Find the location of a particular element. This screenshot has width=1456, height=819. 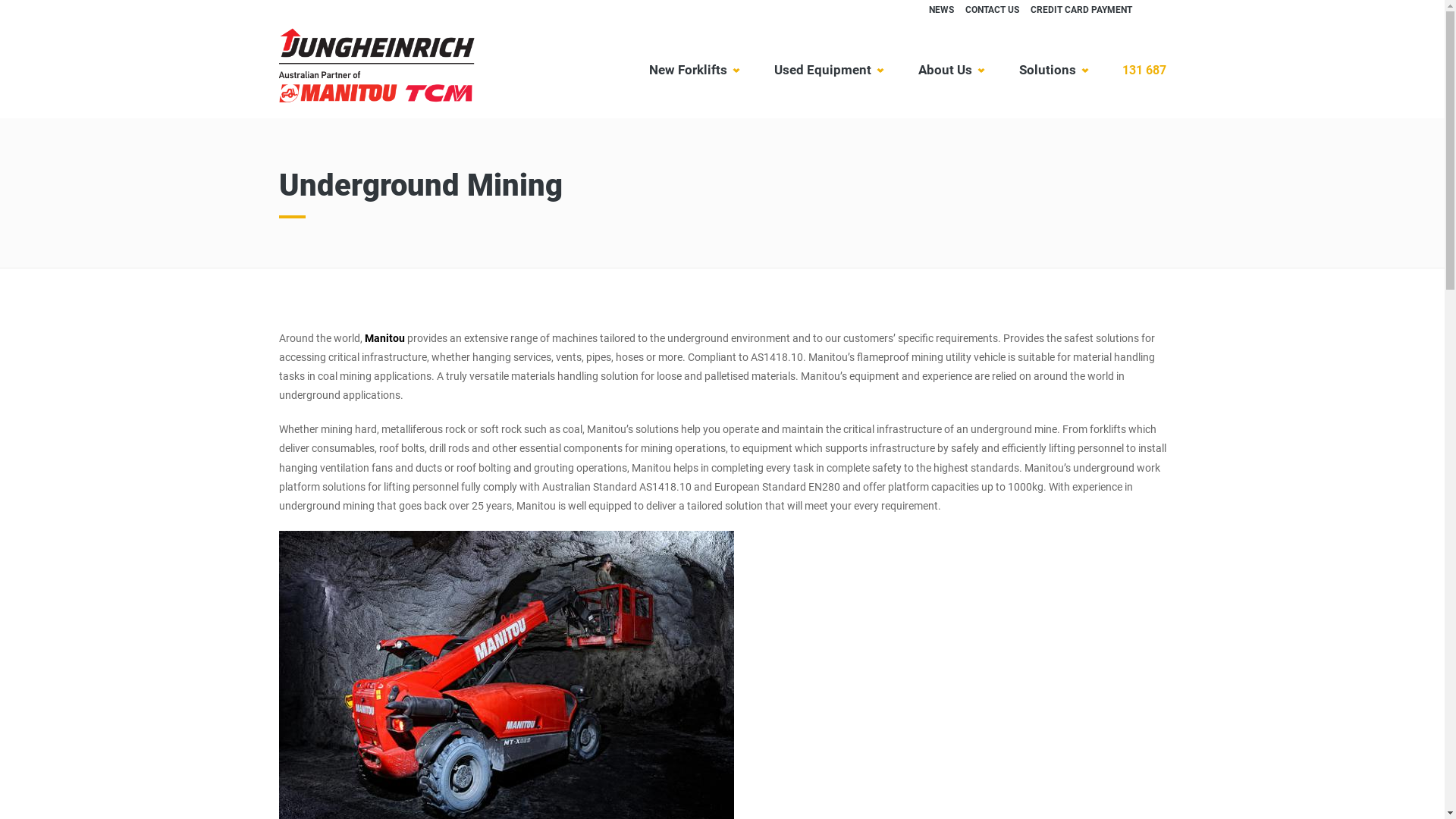

'New Forklifts' is located at coordinates (693, 70).